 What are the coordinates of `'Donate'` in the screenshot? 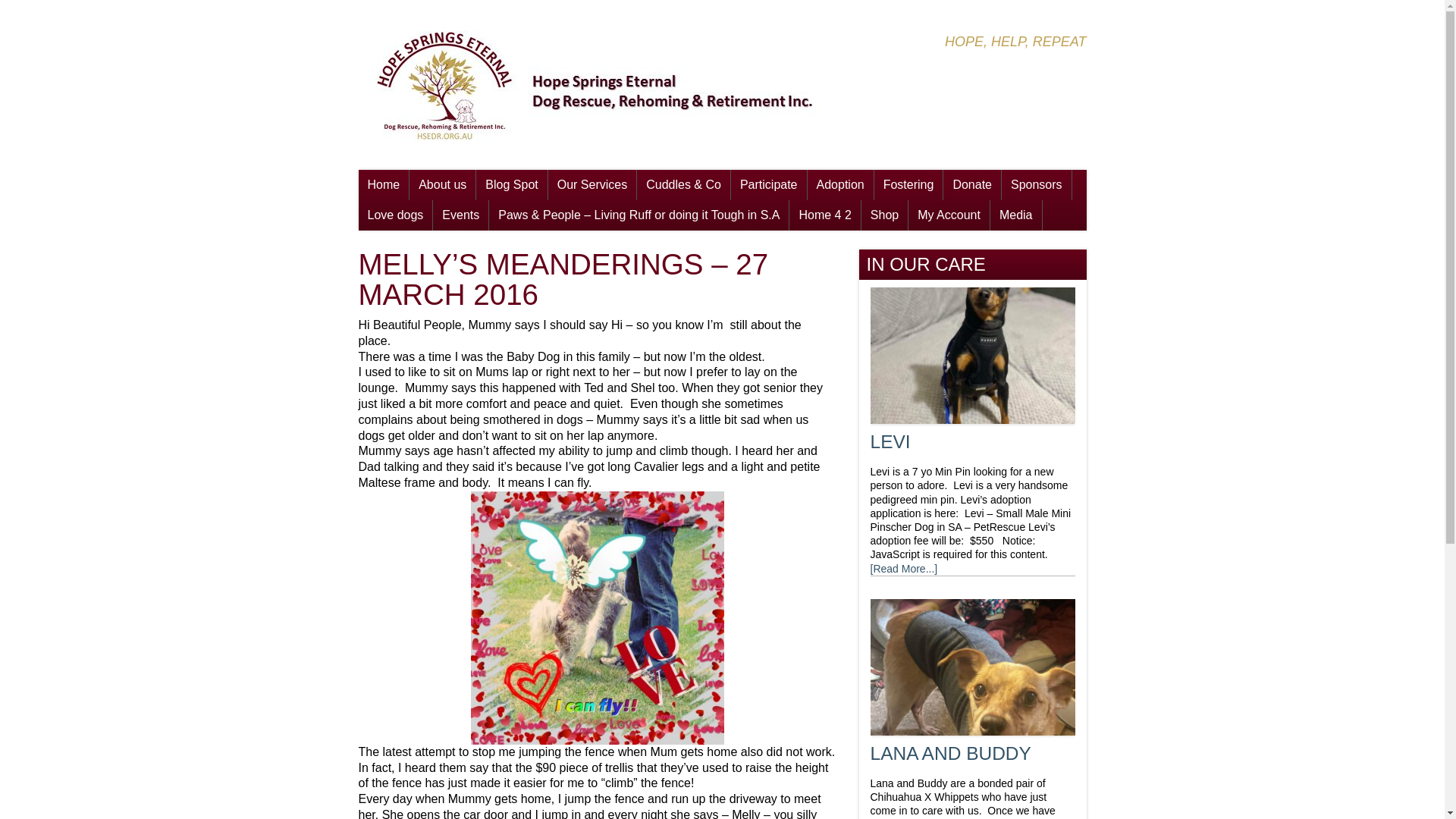 It's located at (971, 184).